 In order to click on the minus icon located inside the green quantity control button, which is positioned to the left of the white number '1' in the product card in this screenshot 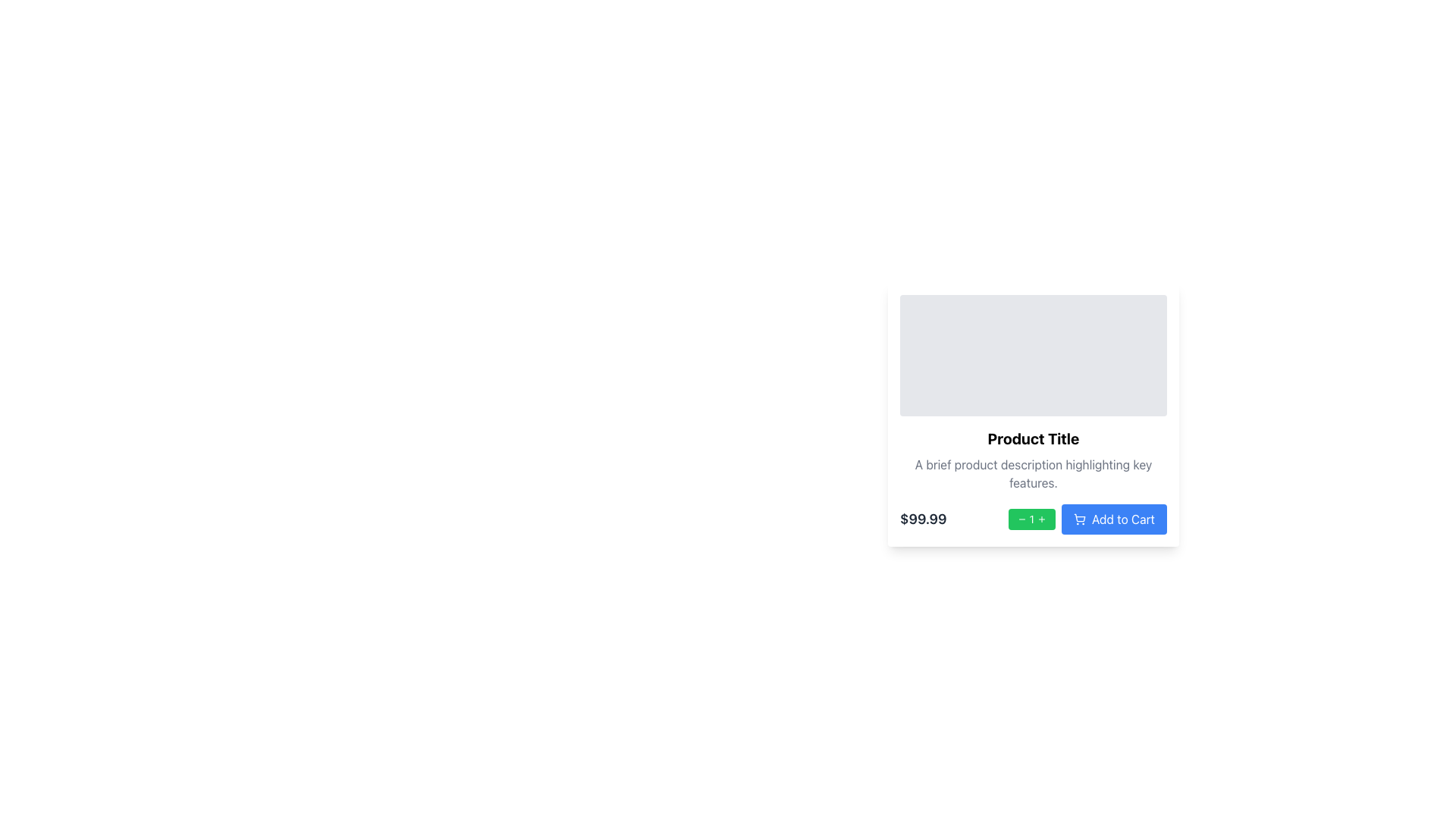, I will do `click(1021, 519)`.